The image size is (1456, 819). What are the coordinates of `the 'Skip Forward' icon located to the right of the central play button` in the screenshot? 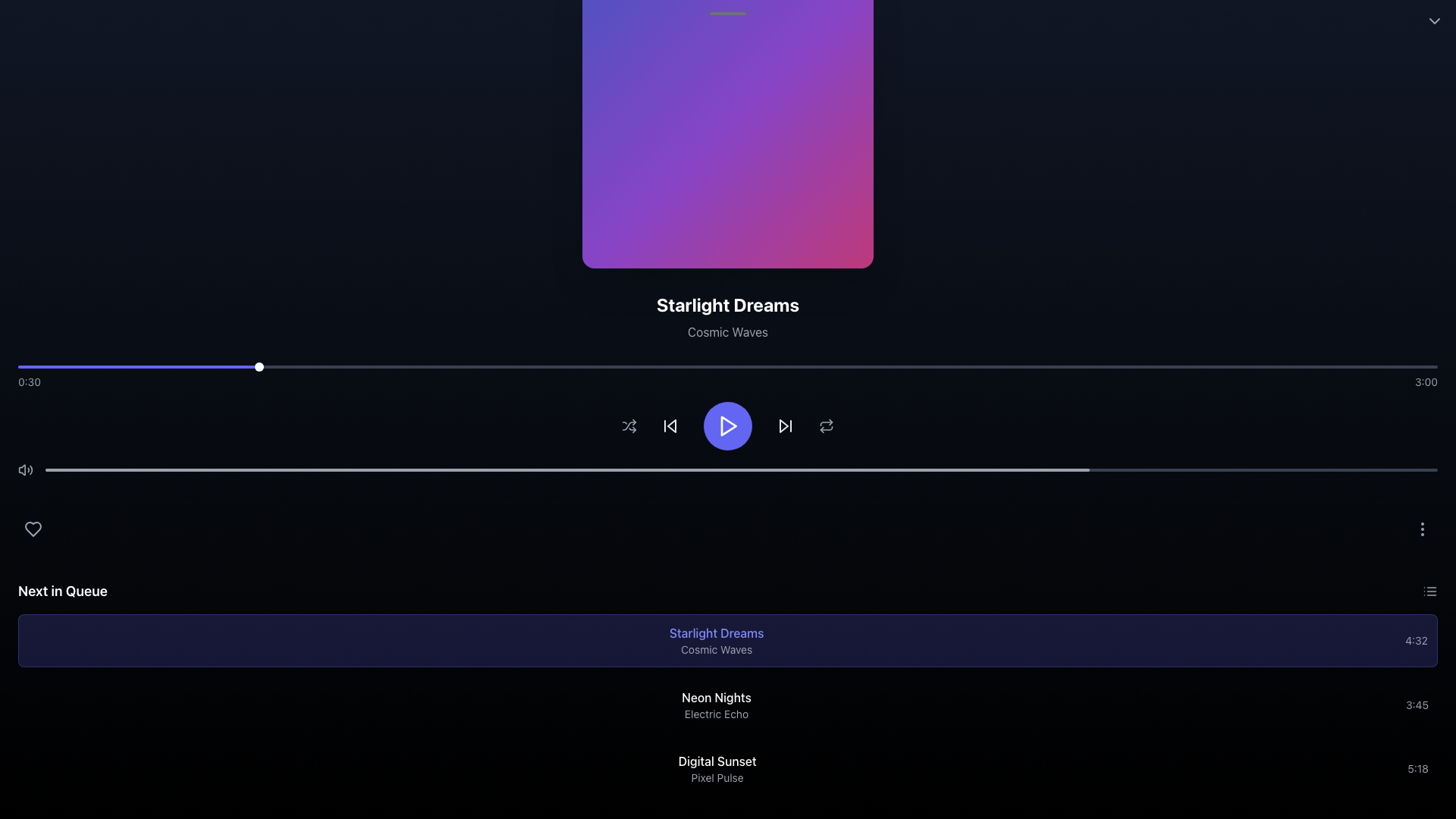 It's located at (783, 426).